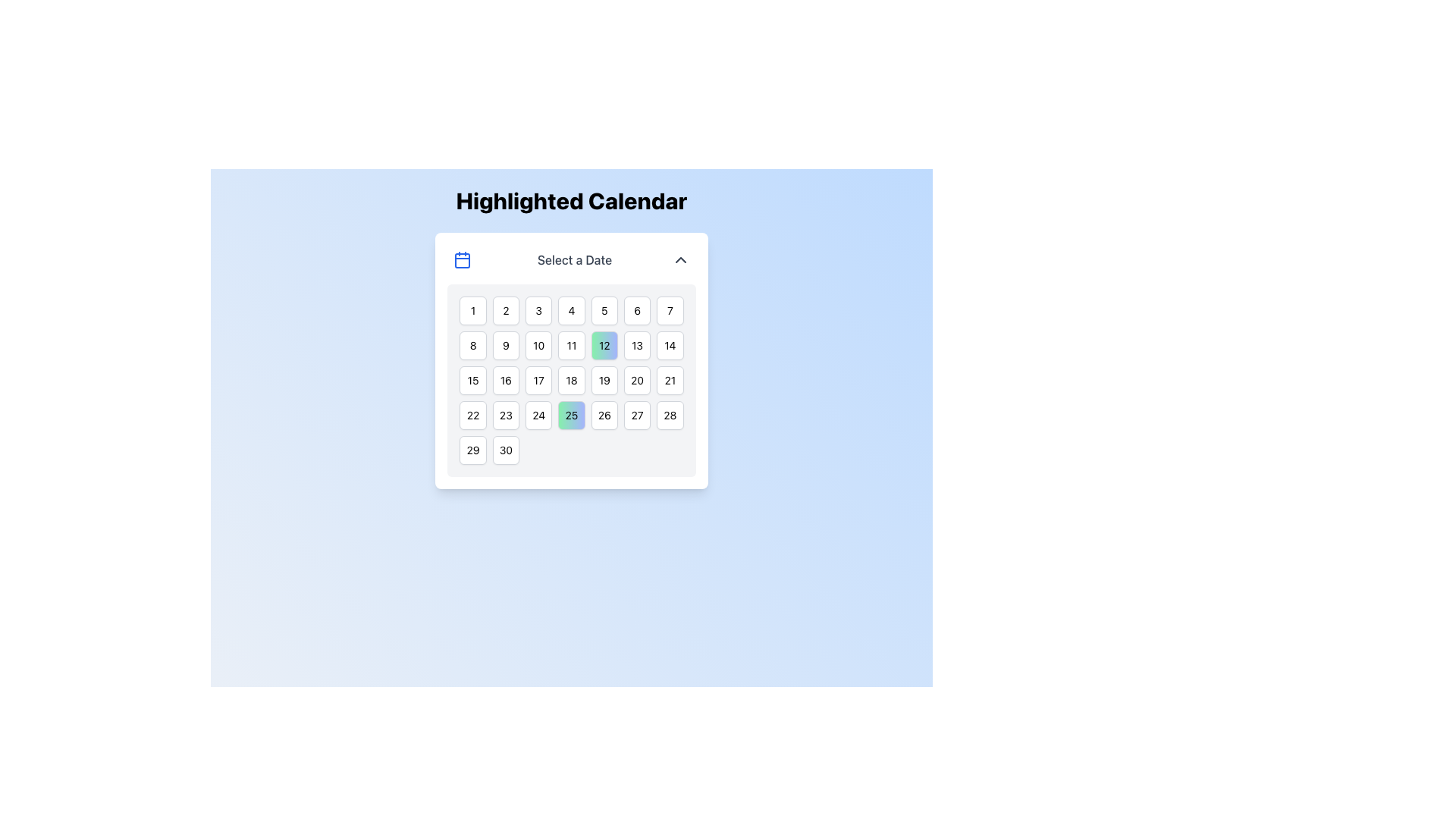 This screenshot has height=819, width=1456. What do you see at coordinates (679, 259) in the screenshot?
I see `the upward-pointing chevron icon button located to the far right of the 'Select a Date' header section` at bounding box center [679, 259].